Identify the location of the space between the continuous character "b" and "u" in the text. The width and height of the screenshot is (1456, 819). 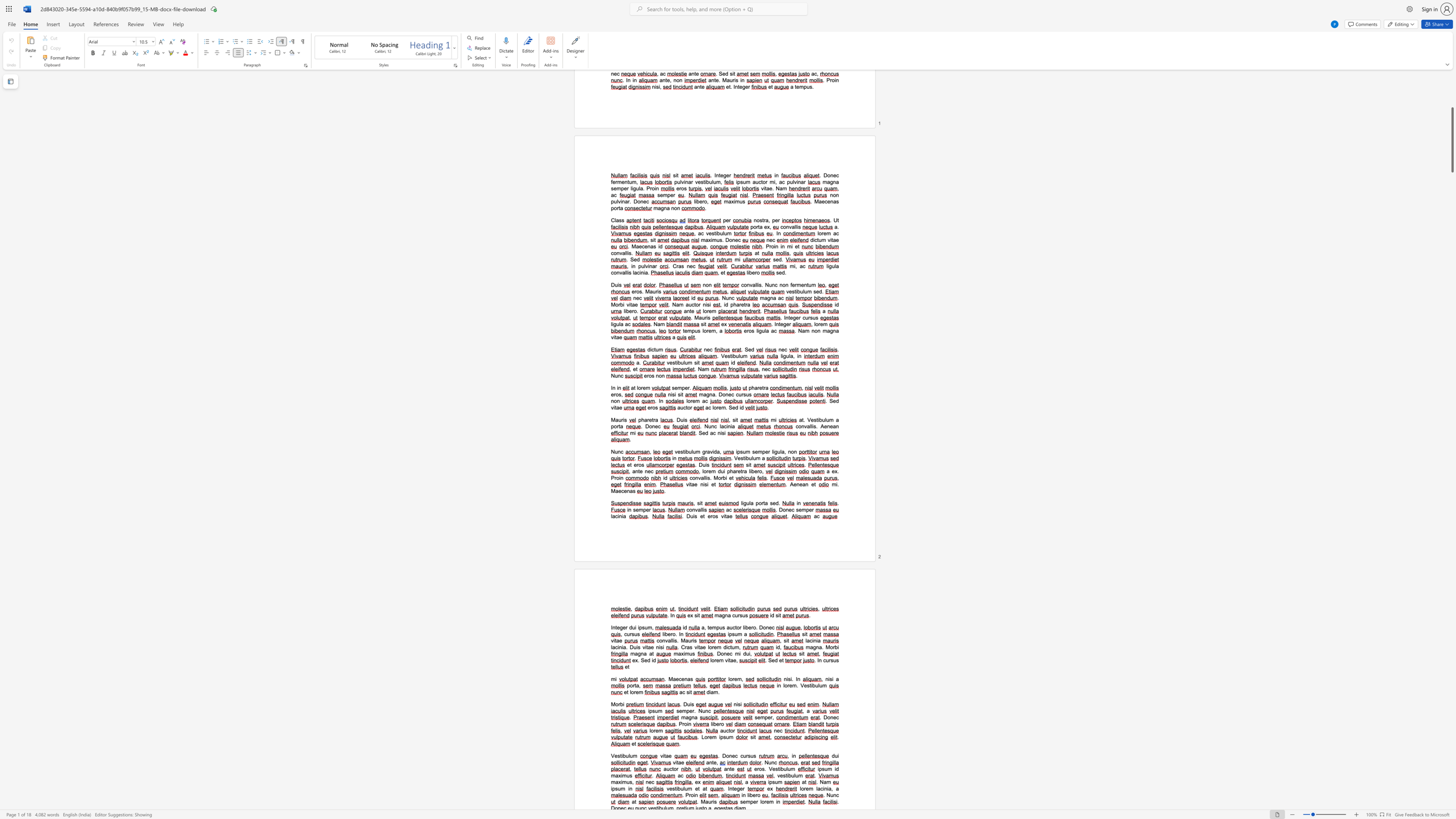
(680, 788).